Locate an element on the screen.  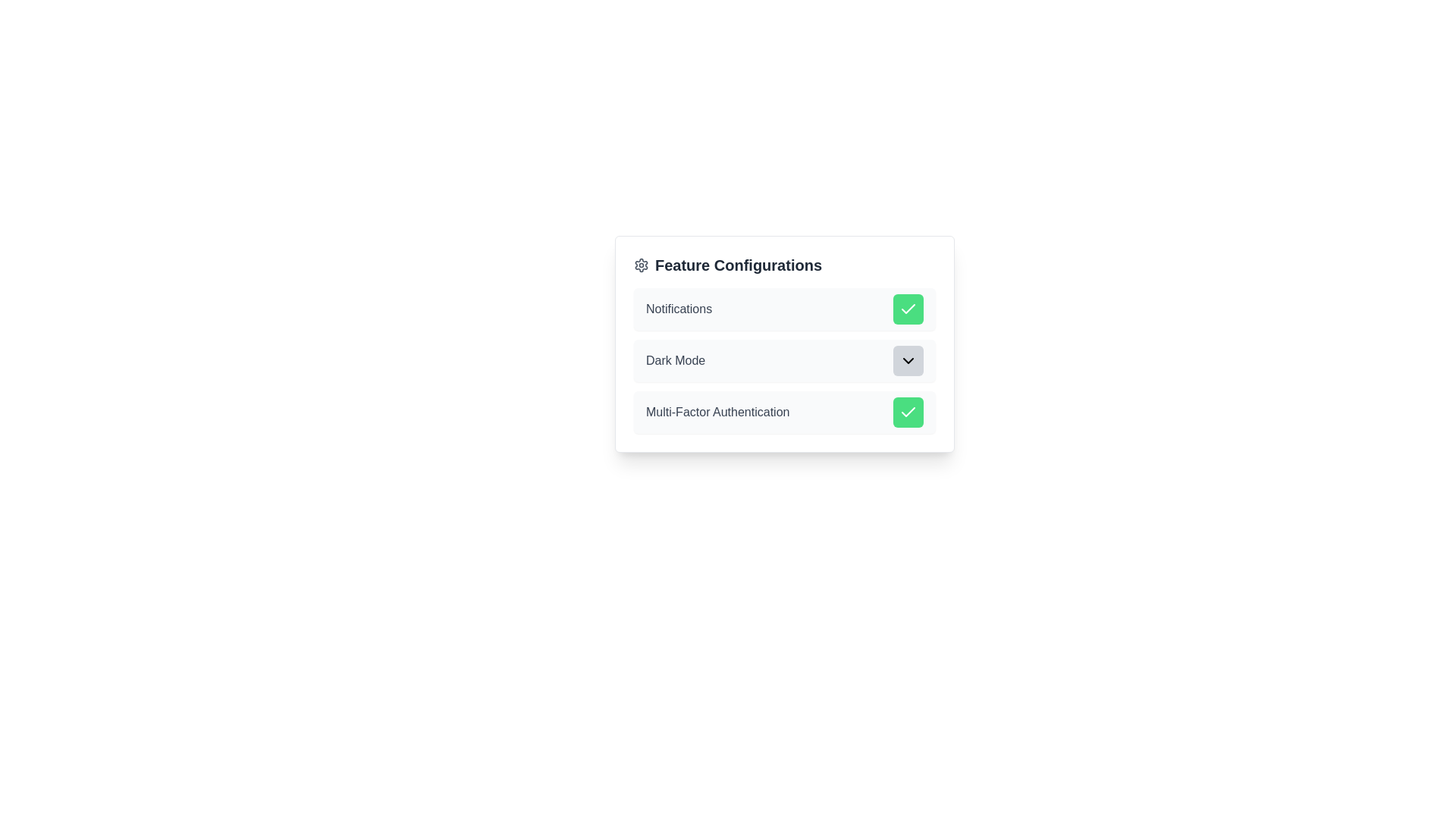
the enabled status of the Multi-Factor Authentication feature by interacting with the checkmark indicator located in the bottom-right section of the corresponding option row is located at coordinates (908, 412).